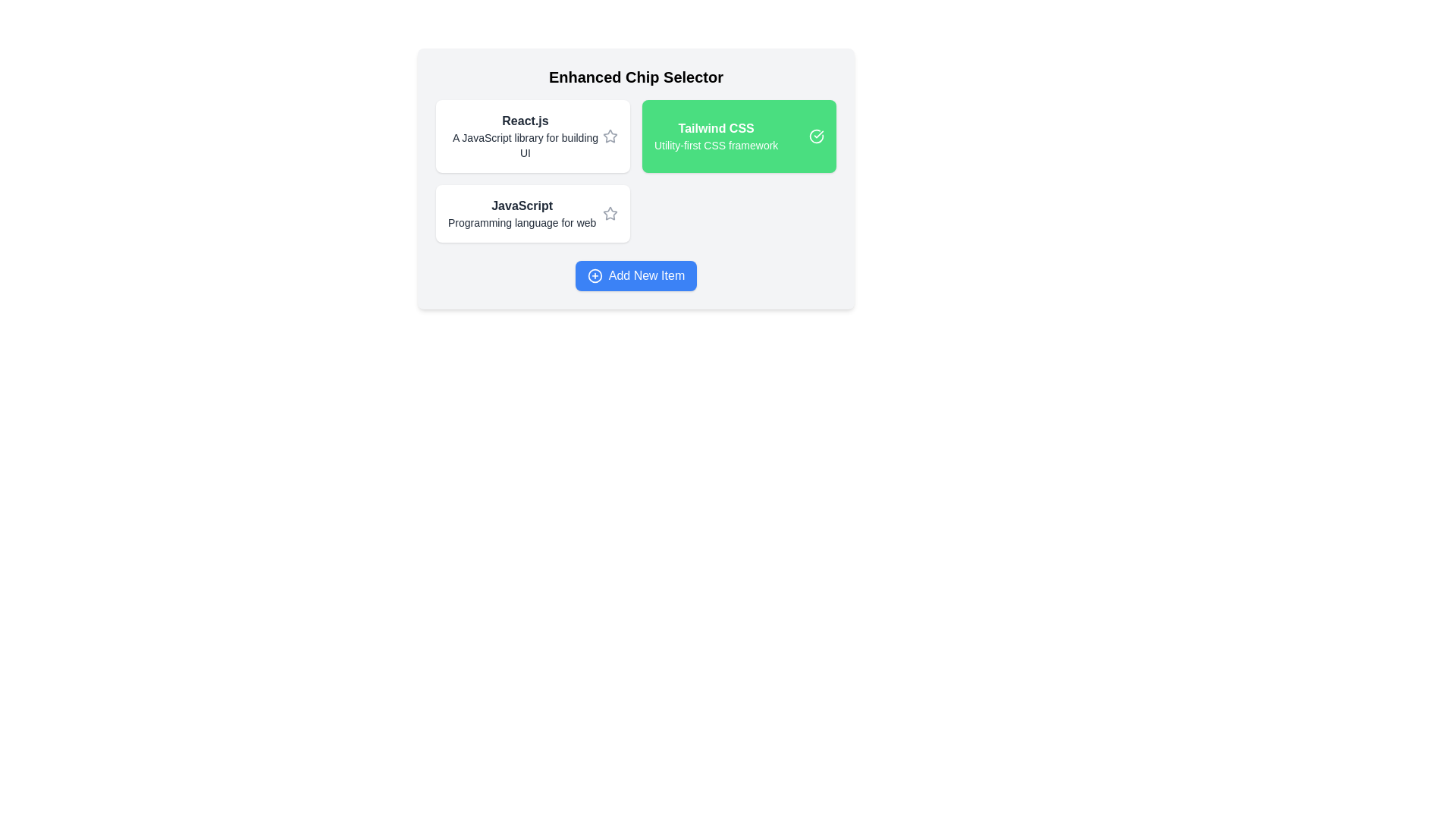 This screenshot has height=819, width=1456. I want to click on descriptive text label about 'React.js' located below the title within the information card, so click(525, 146).